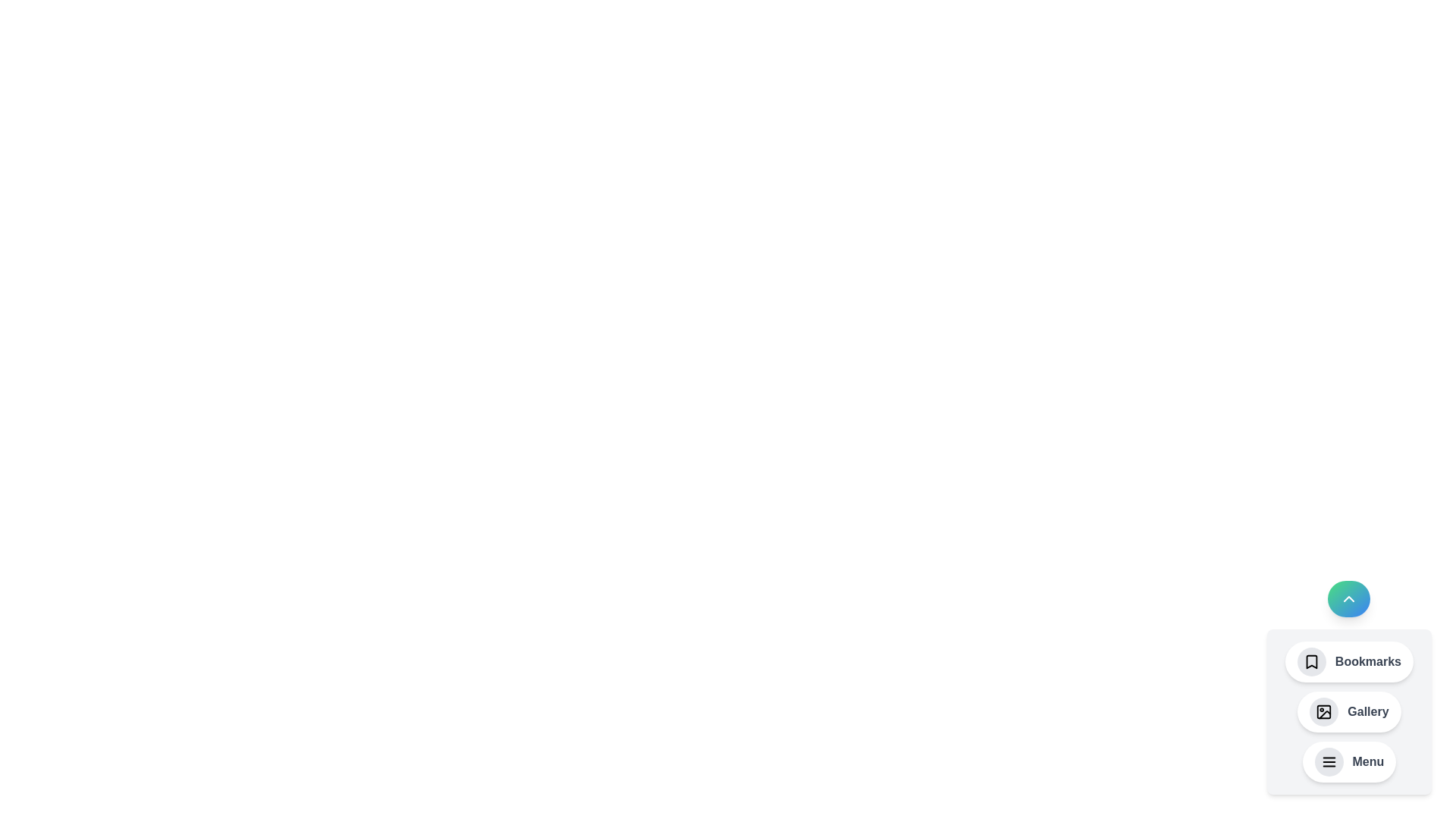 The image size is (1456, 819). I want to click on the 'Gallery' option to open the gallery, so click(1349, 711).